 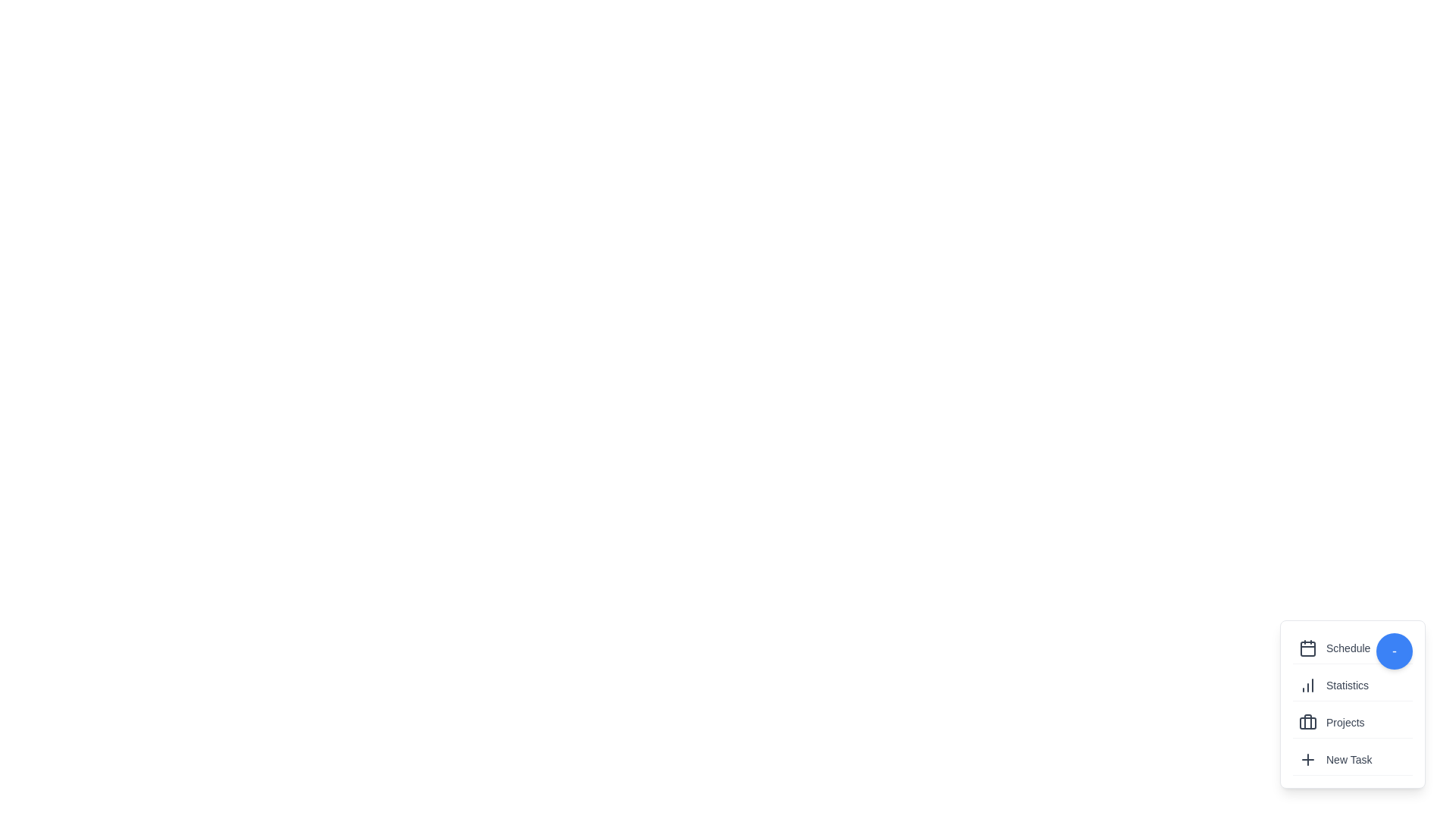 What do you see at coordinates (1353, 648) in the screenshot?
I see `the first item in the vertical list of menu options` at bounding box center [1353, 648].